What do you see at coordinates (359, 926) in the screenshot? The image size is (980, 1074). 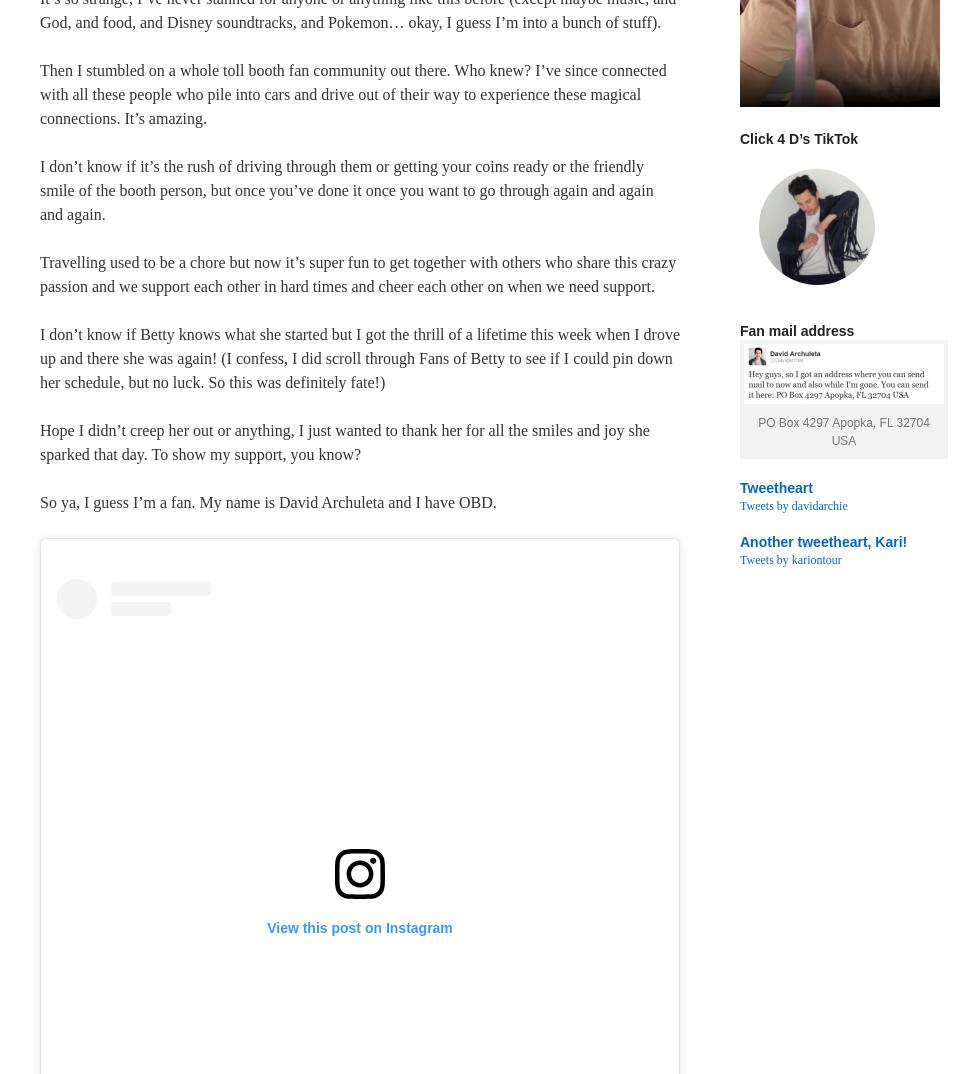 I see `'View this post on Instagram'` at bounding box center [359, 926].